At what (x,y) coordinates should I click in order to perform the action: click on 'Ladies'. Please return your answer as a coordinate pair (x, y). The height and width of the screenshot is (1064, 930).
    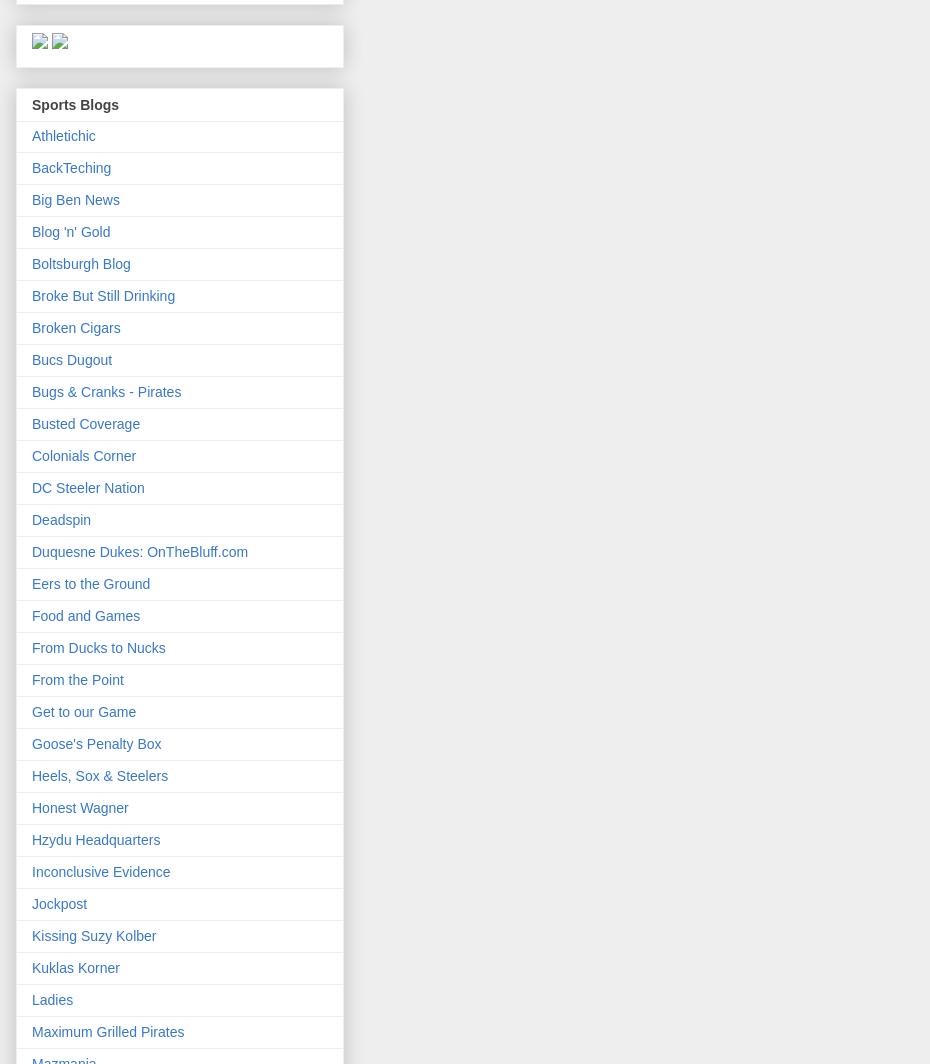
    Looking at the image, I should click on (51, 999).